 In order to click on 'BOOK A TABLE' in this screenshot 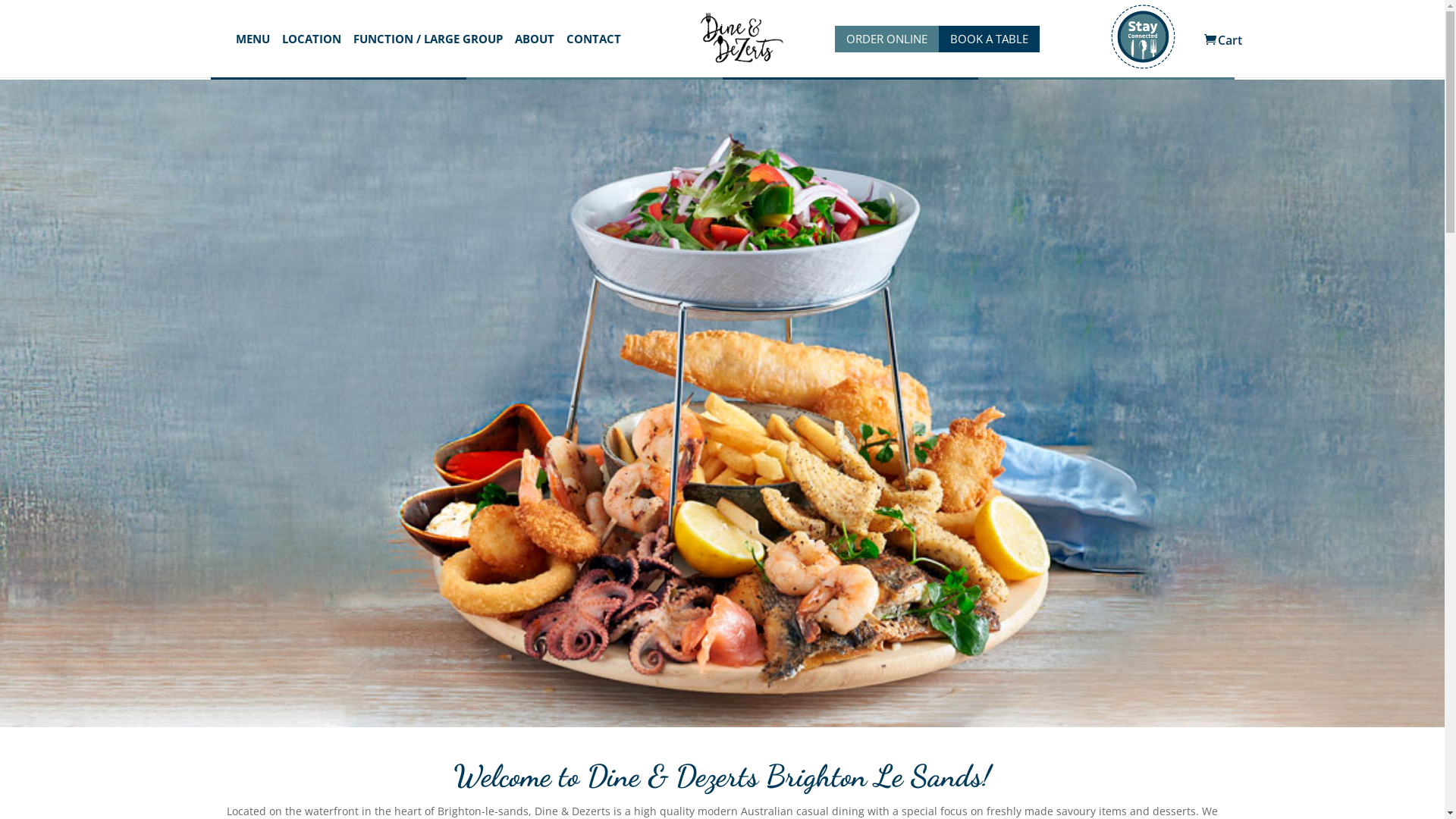, I will do `click(989, 38)`.